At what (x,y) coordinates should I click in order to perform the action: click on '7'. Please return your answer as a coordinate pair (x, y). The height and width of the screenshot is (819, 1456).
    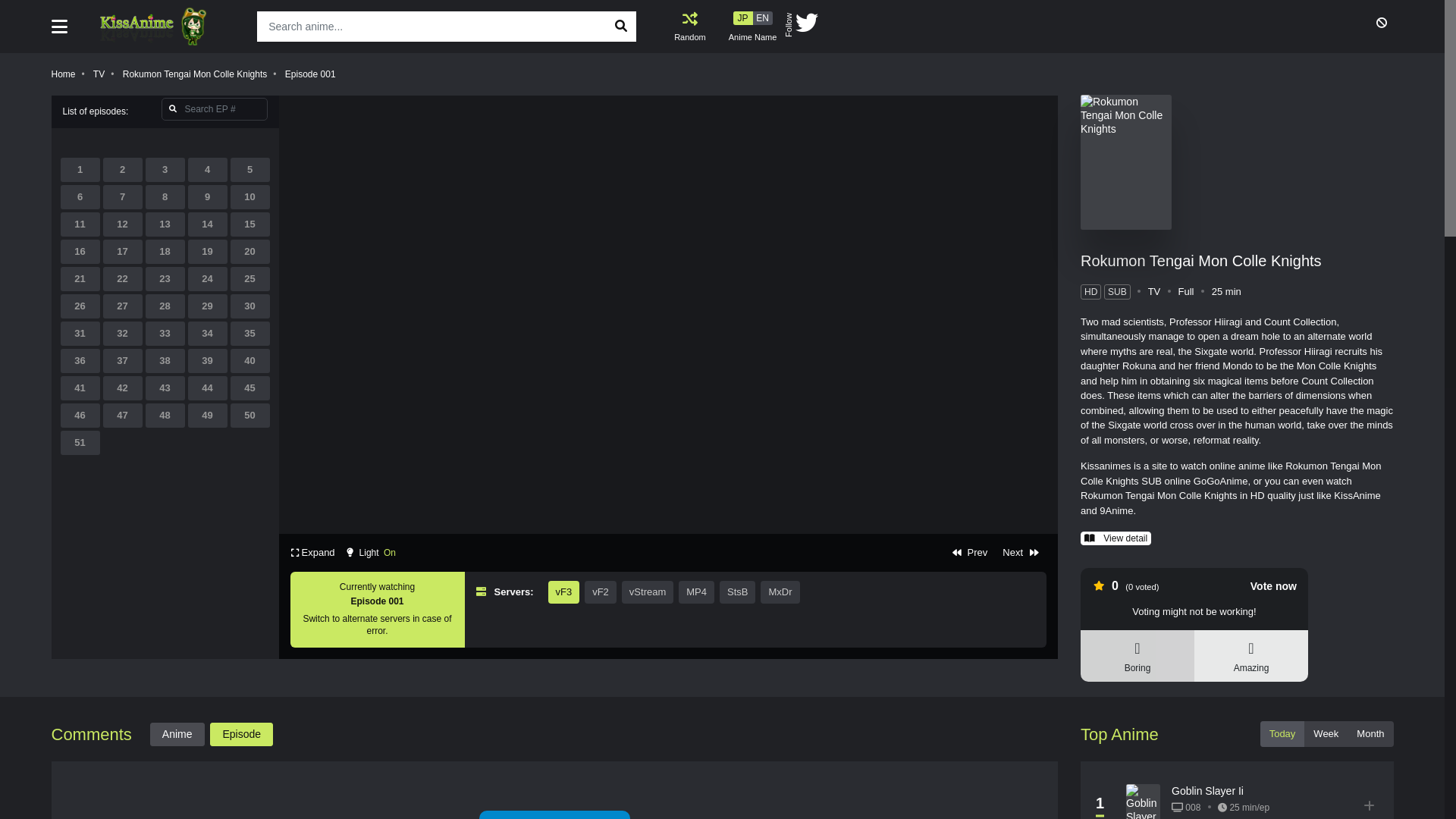
    Looking at the image, I should click on (102, 196).